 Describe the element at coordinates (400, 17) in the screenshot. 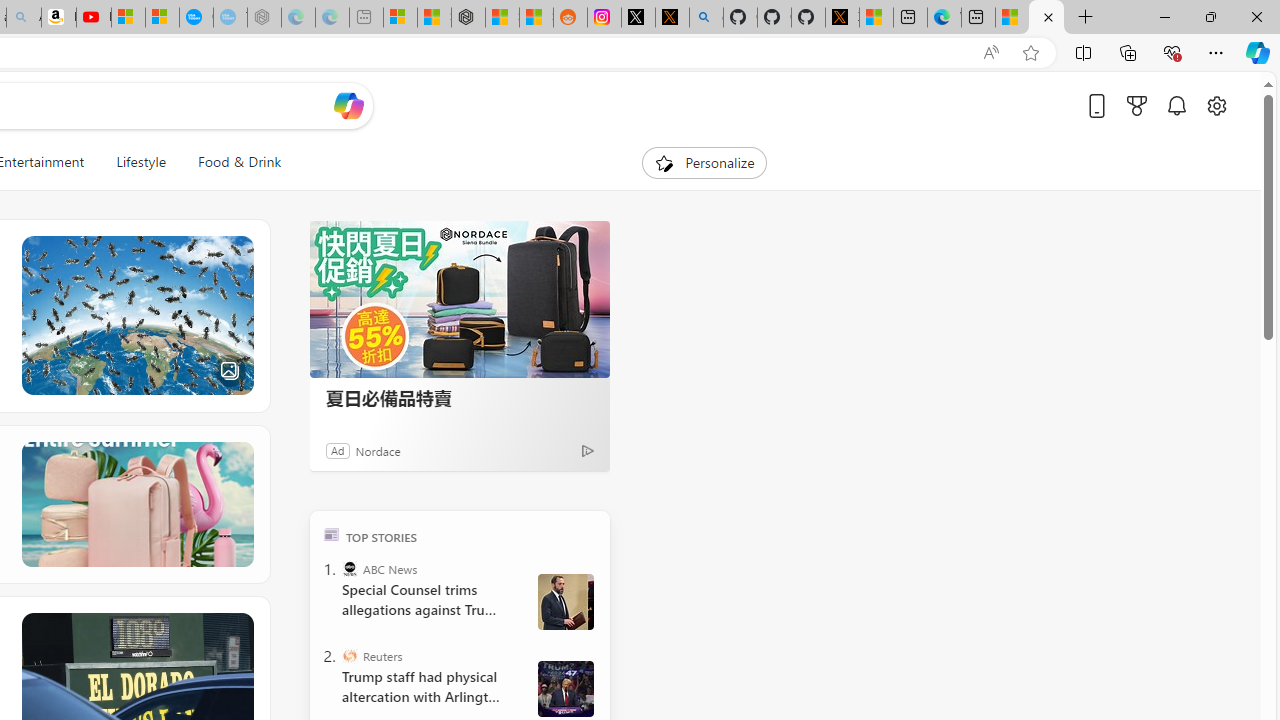

I see `'Microsoft account | Microsoft Account Privacy Settings'` at that location.